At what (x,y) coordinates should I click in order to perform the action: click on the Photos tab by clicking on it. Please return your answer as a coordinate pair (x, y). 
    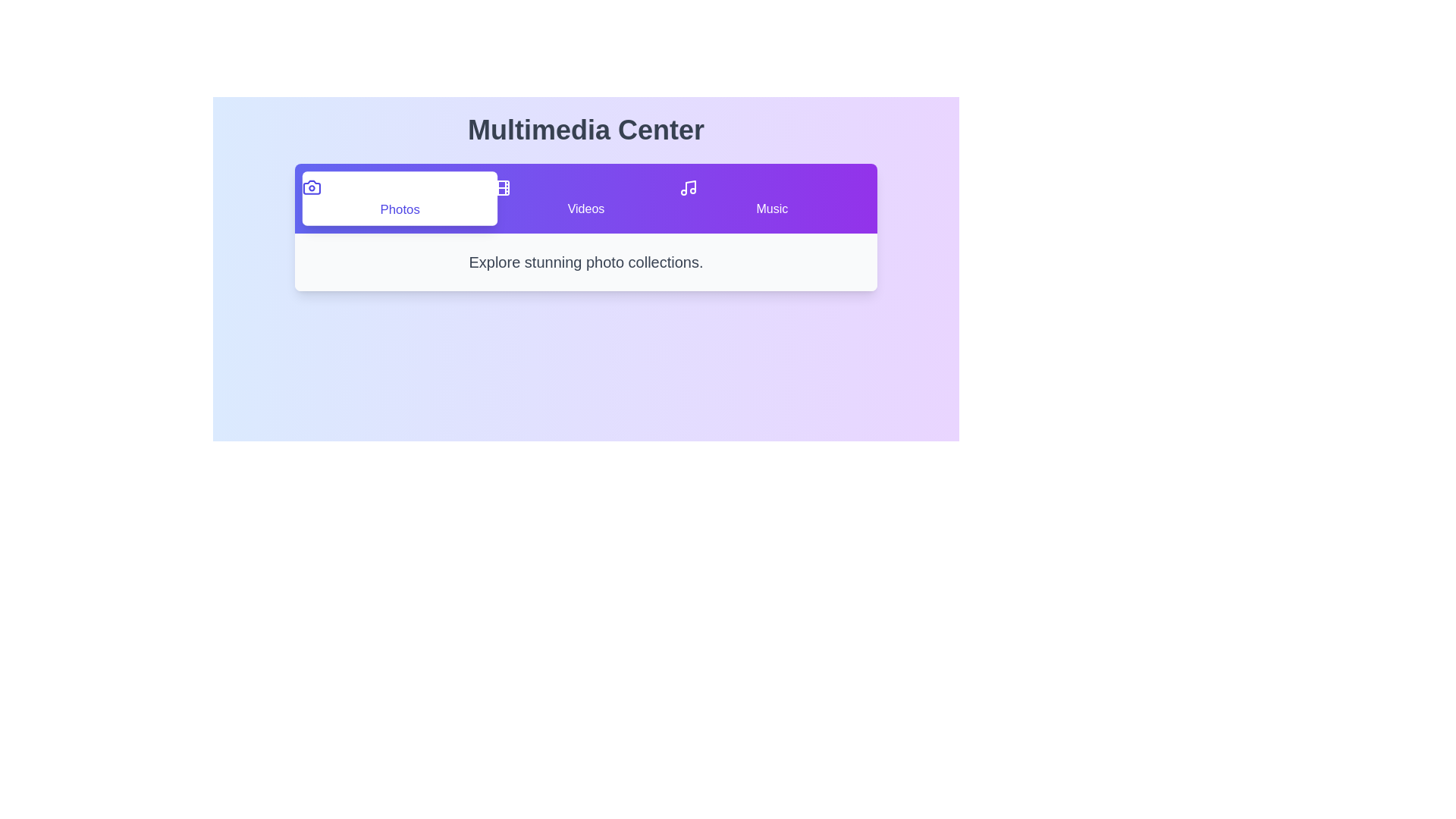
    Looking at the image, I should click on (400, 198).